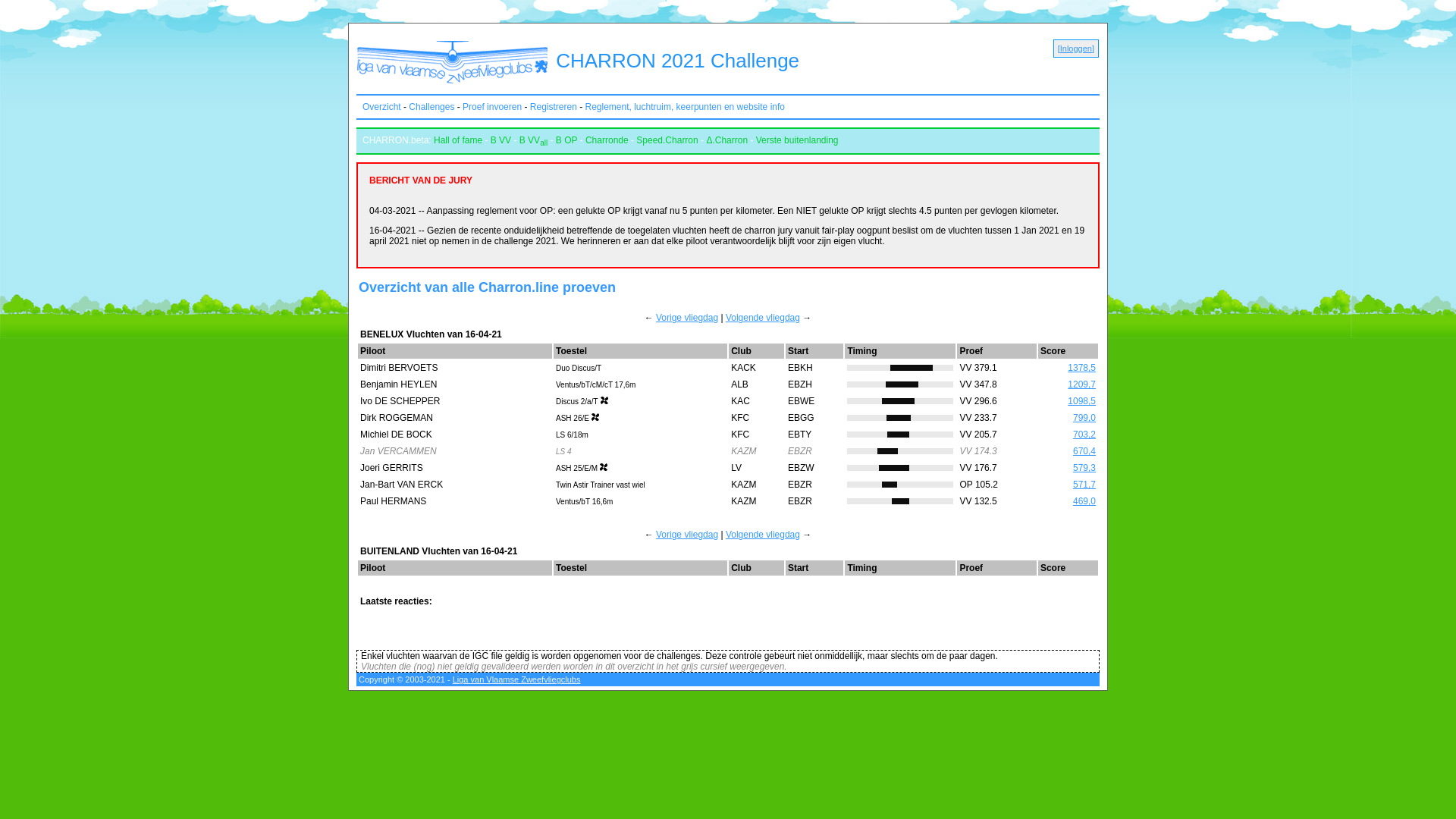 Image resolution: width=1456 pixels, height=819 pixels. Describe the element at coordinates (686, 534) in the screenshot. I see `'Vorige vliegdag'` at that location.